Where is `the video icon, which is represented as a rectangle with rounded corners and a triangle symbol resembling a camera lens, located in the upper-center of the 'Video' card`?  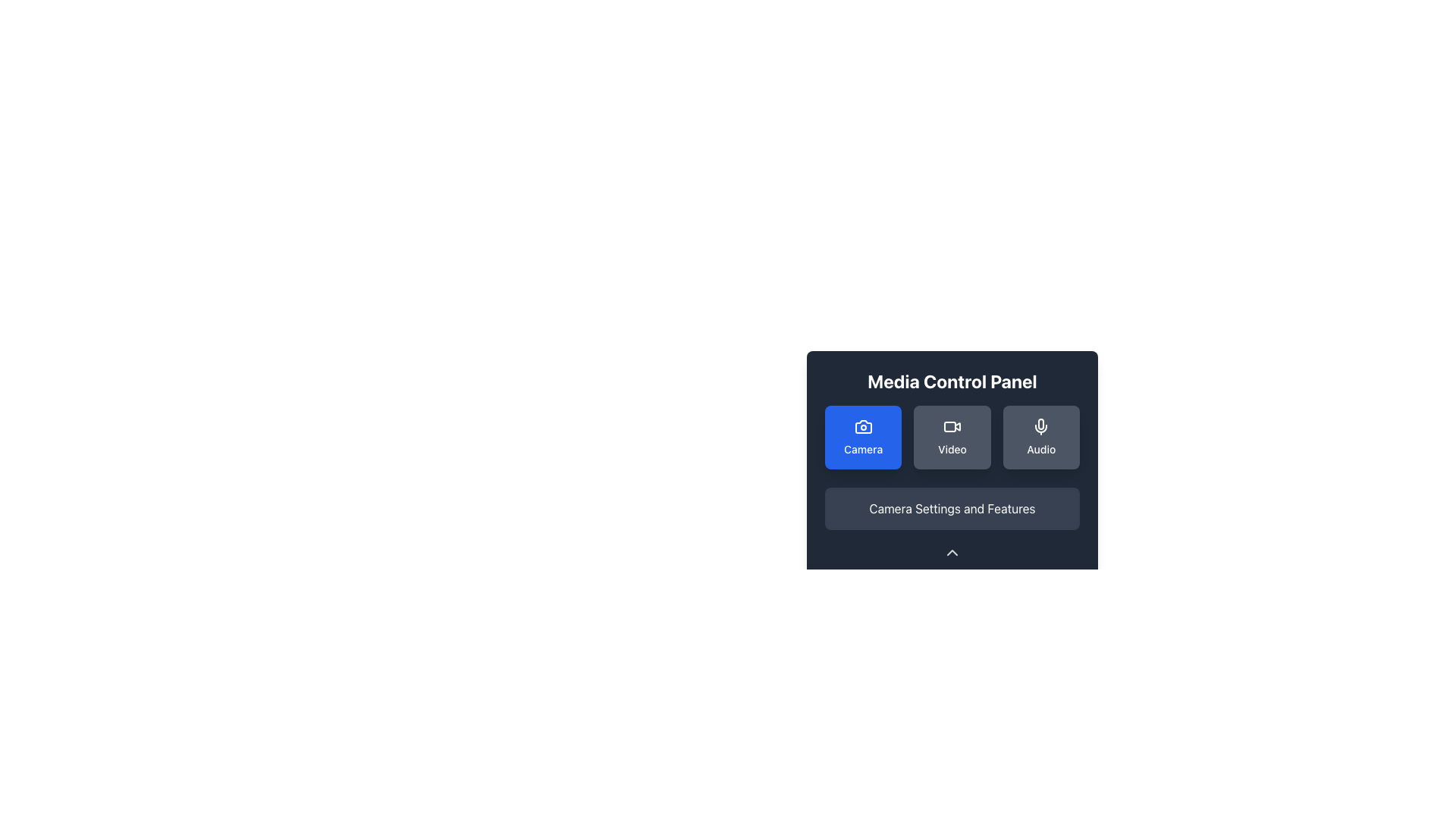
the video icon, which is represented as a rectangle with rounded corners and a triangle symbol resembling a camera lens, located in the upper-center of the 'Video' card is located at coordinates (952, 427).